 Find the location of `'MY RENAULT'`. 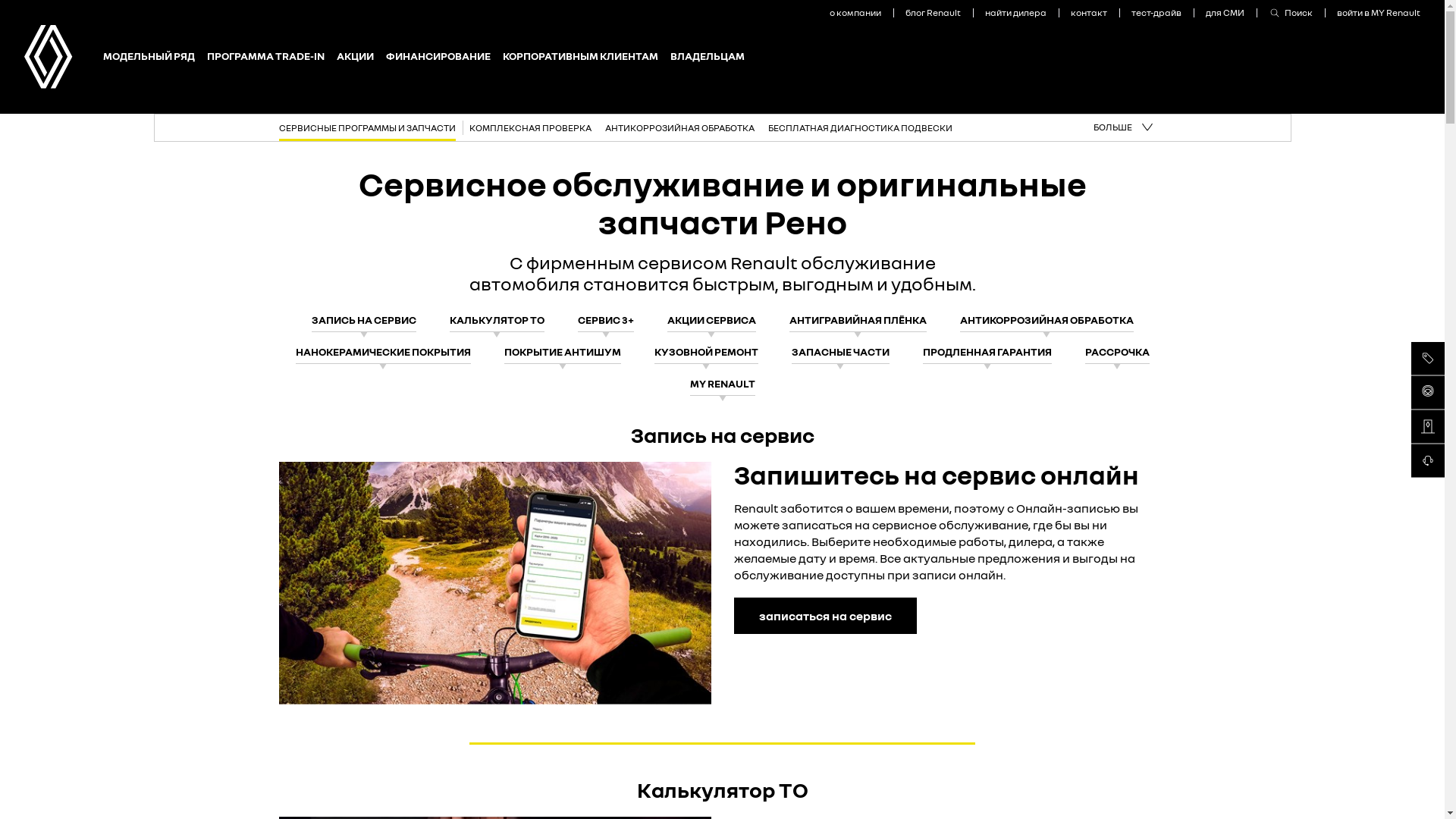

'MY RENAULT' is located at coordinates (722, 381).